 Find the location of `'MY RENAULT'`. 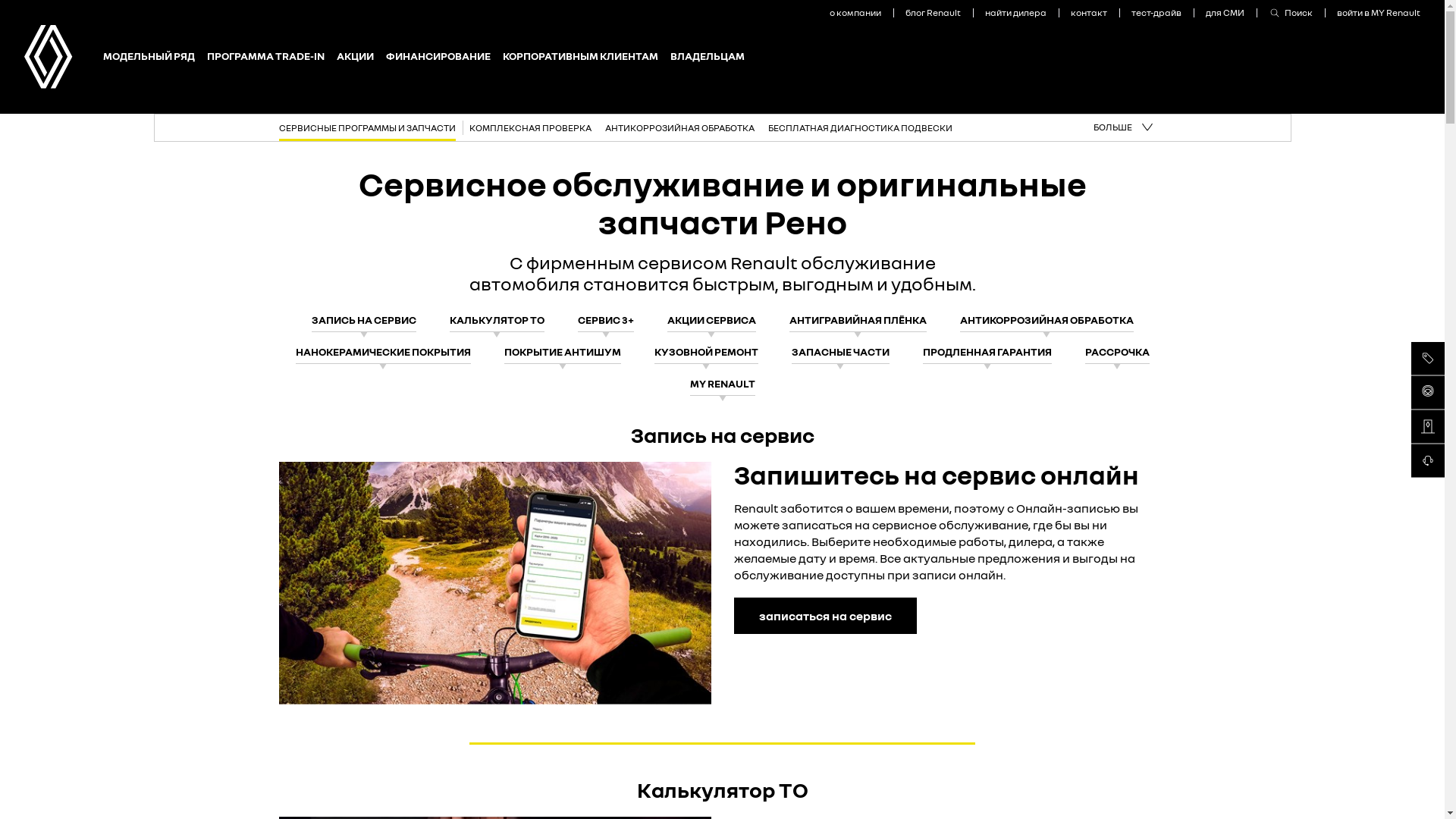

'MY RENAULT' is located at coordinates (722, 381).